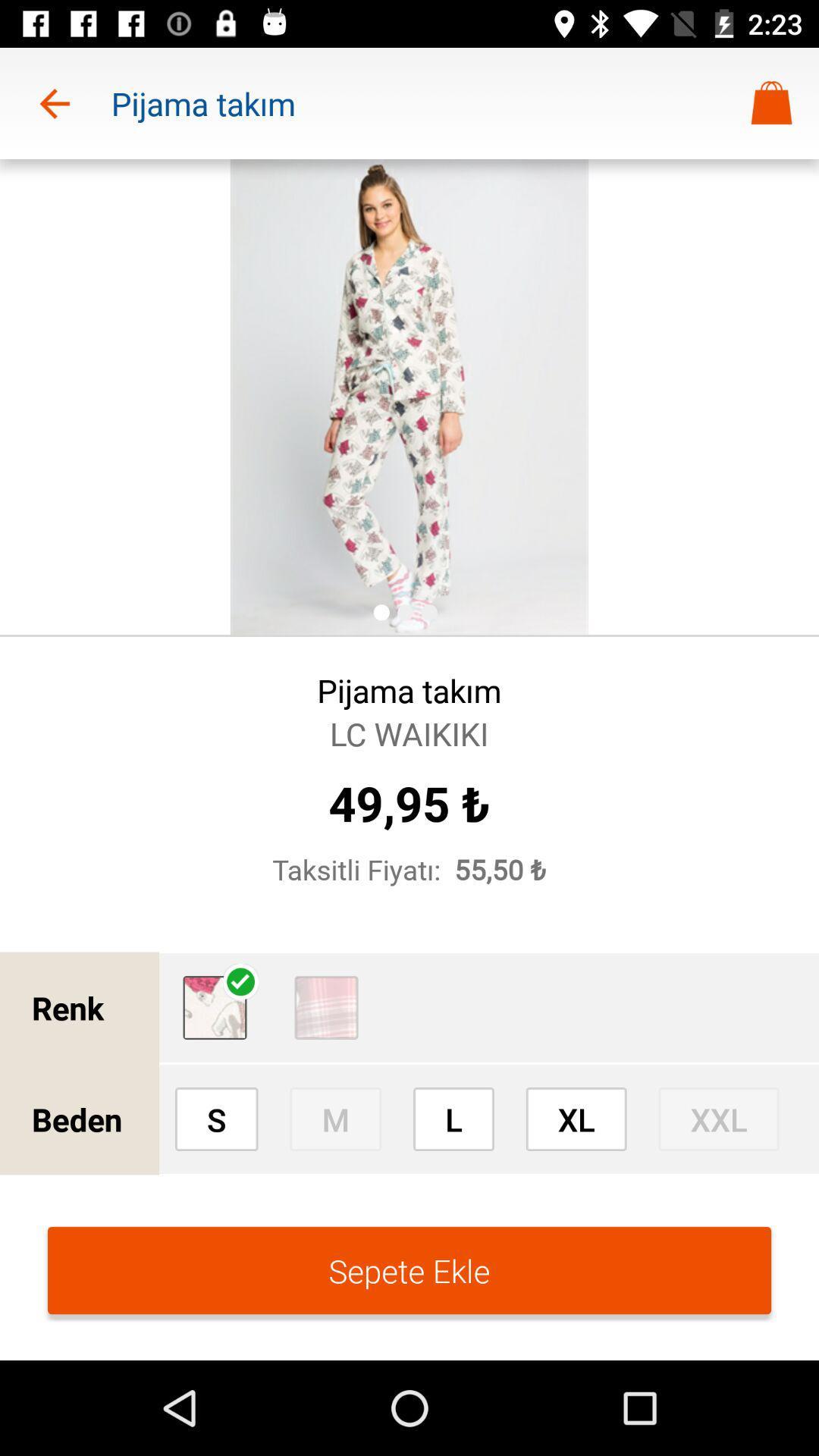  I want to click on l icon, so click(453, 1119).